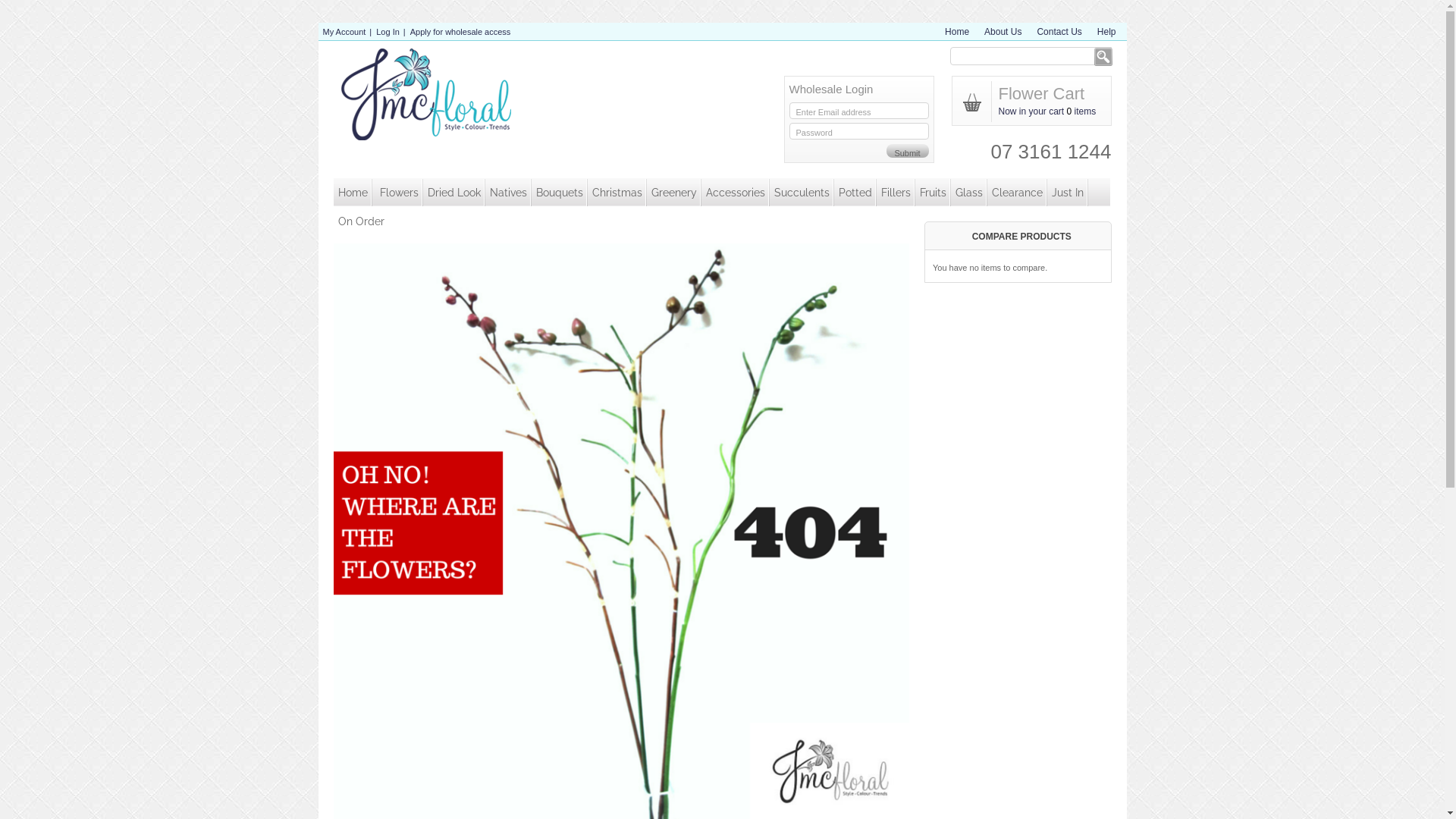  Describe the element at coordinates (558, 192) in the screenshot. I see `'Bouquets'` at that location.